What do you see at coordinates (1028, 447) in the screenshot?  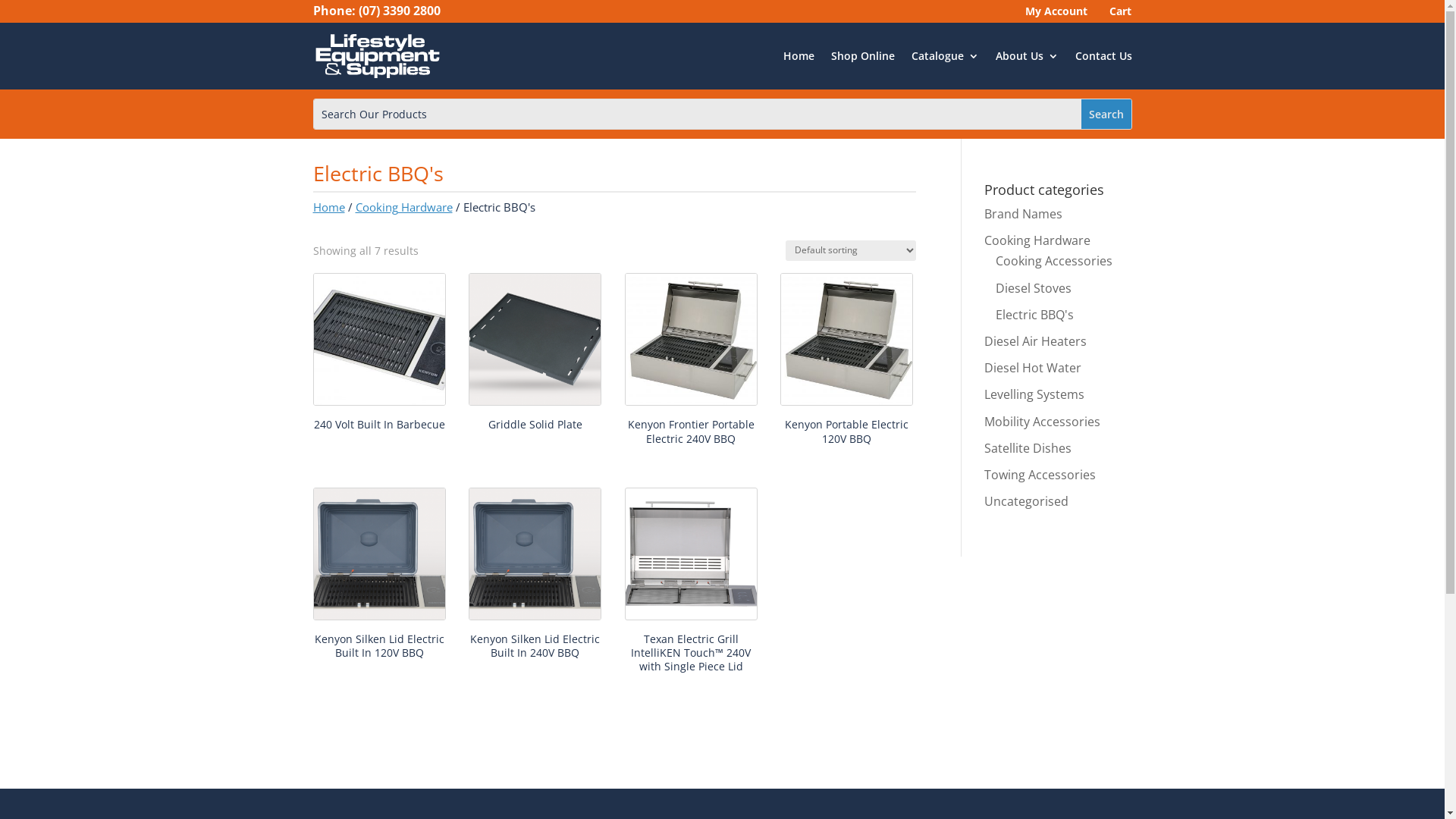 I see `'Satellite Dishes'` at bounding box center [1028, 447].